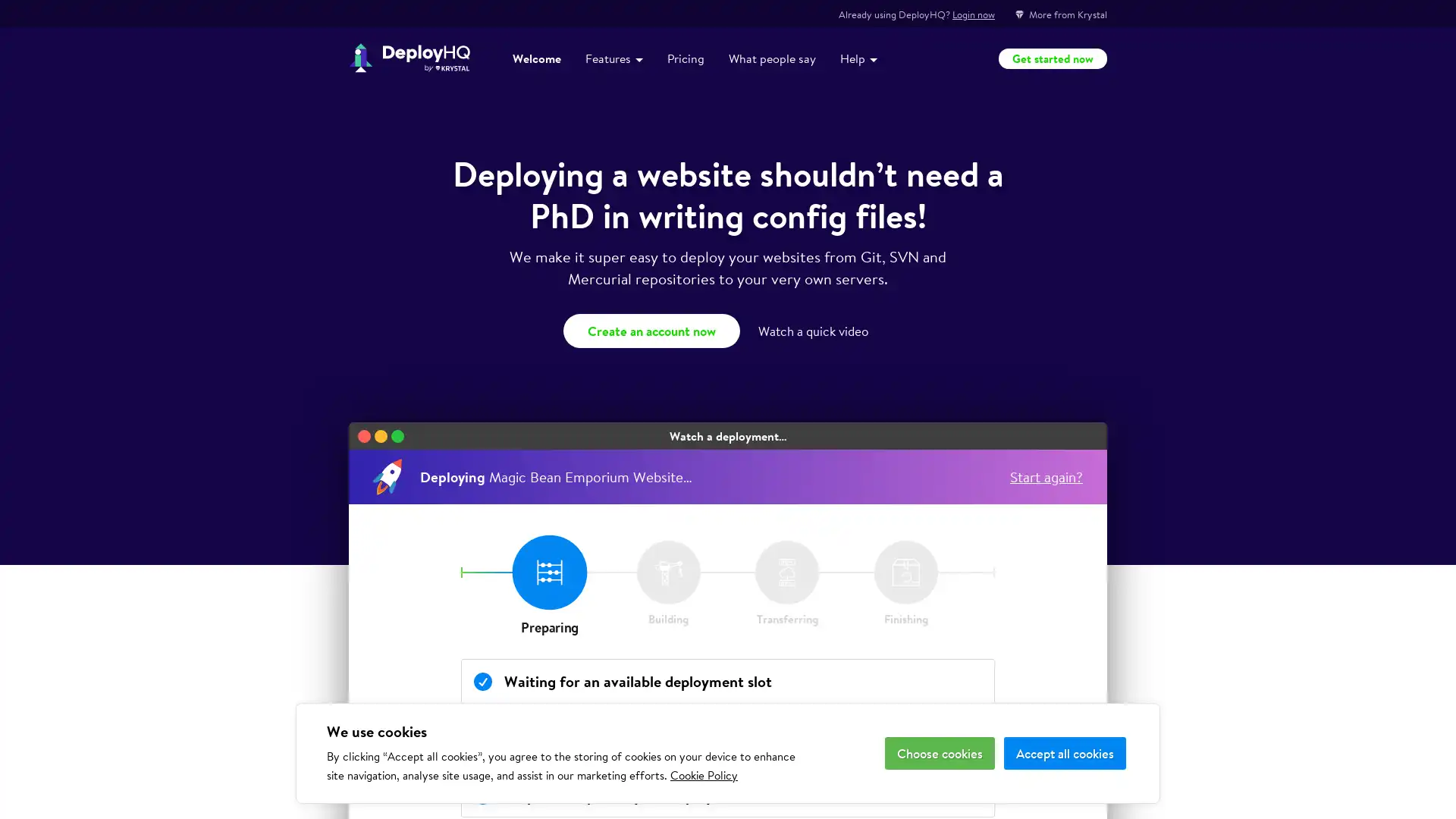 The height and width of the screenshot is (819, 1456). Describe the element at coordinates (1064, 753) in the screenshot. I see `Accept all cookies` at that location.